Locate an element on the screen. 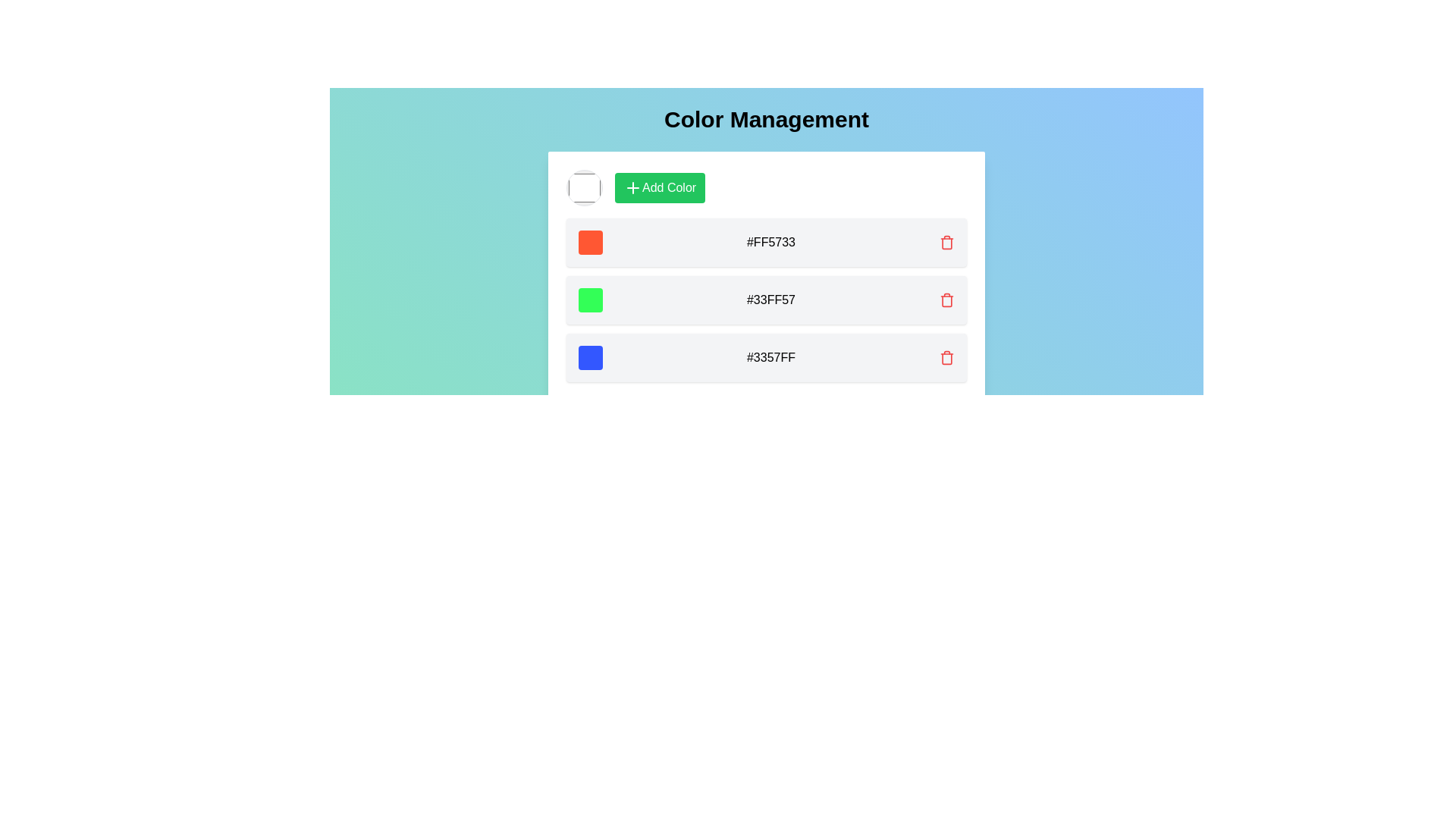  the red trash bin icon button located at the far right of the row containing the text '#33FF57' in the 'Color Management' interface is located at coordinates (946, 300).